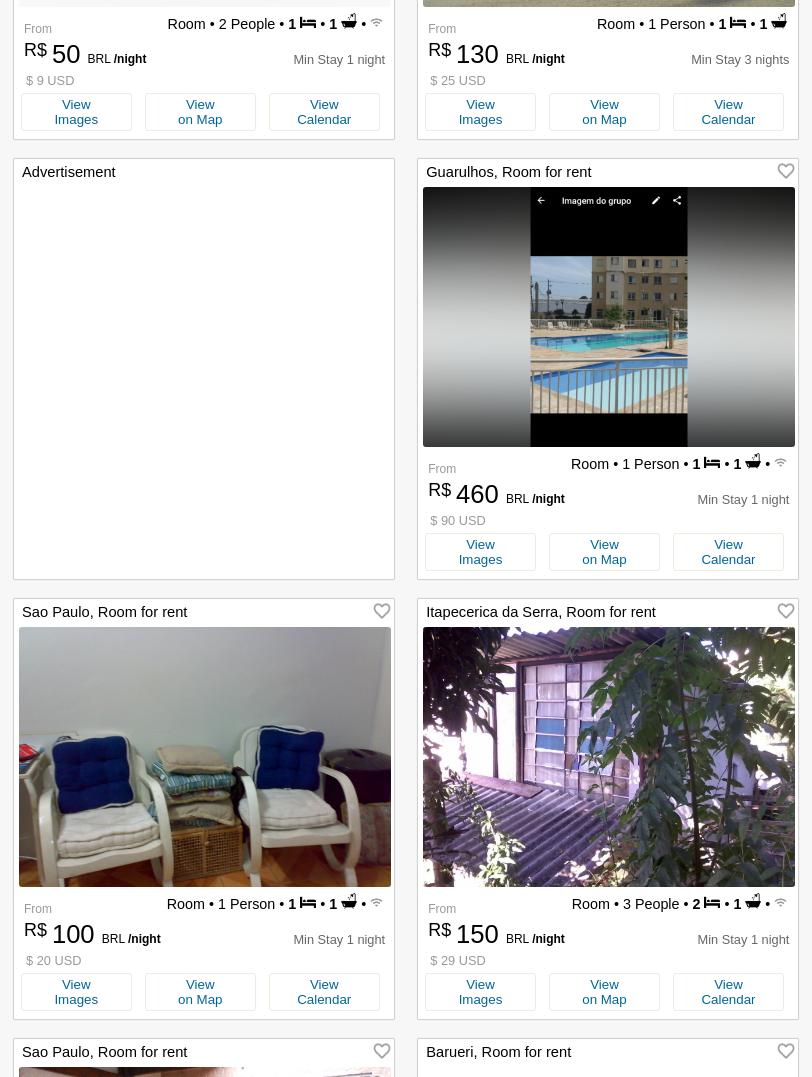 The image size is (812, 1077). Describe the element at coordinates (618, 904) in the screenshot. I see `'3 People
•'` at that location.